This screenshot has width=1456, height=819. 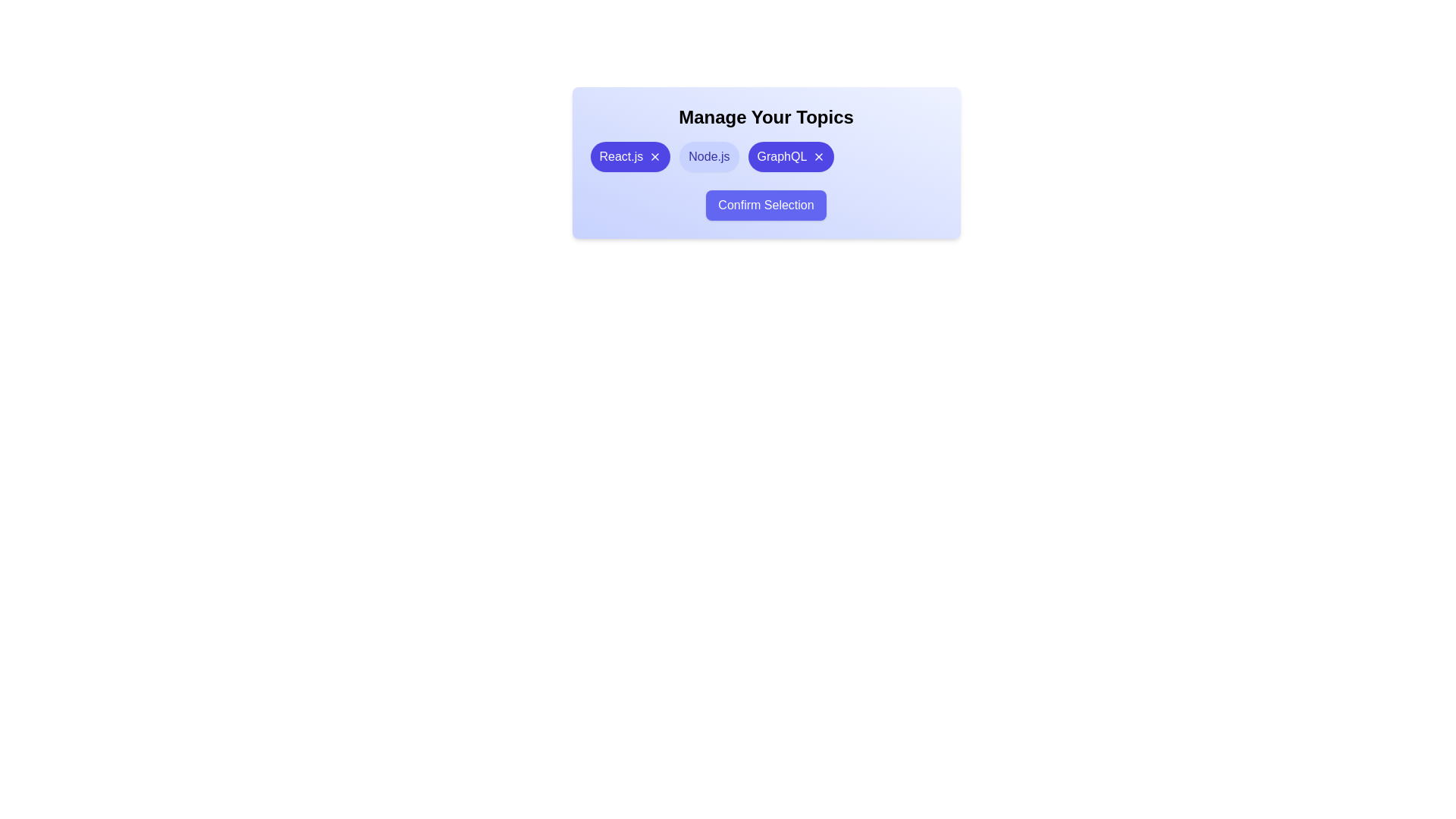 What do you see at coordinates (789, 157) in the screenshot?
I see `the chip labeled GraphQL` at bounding box center [789, 157].